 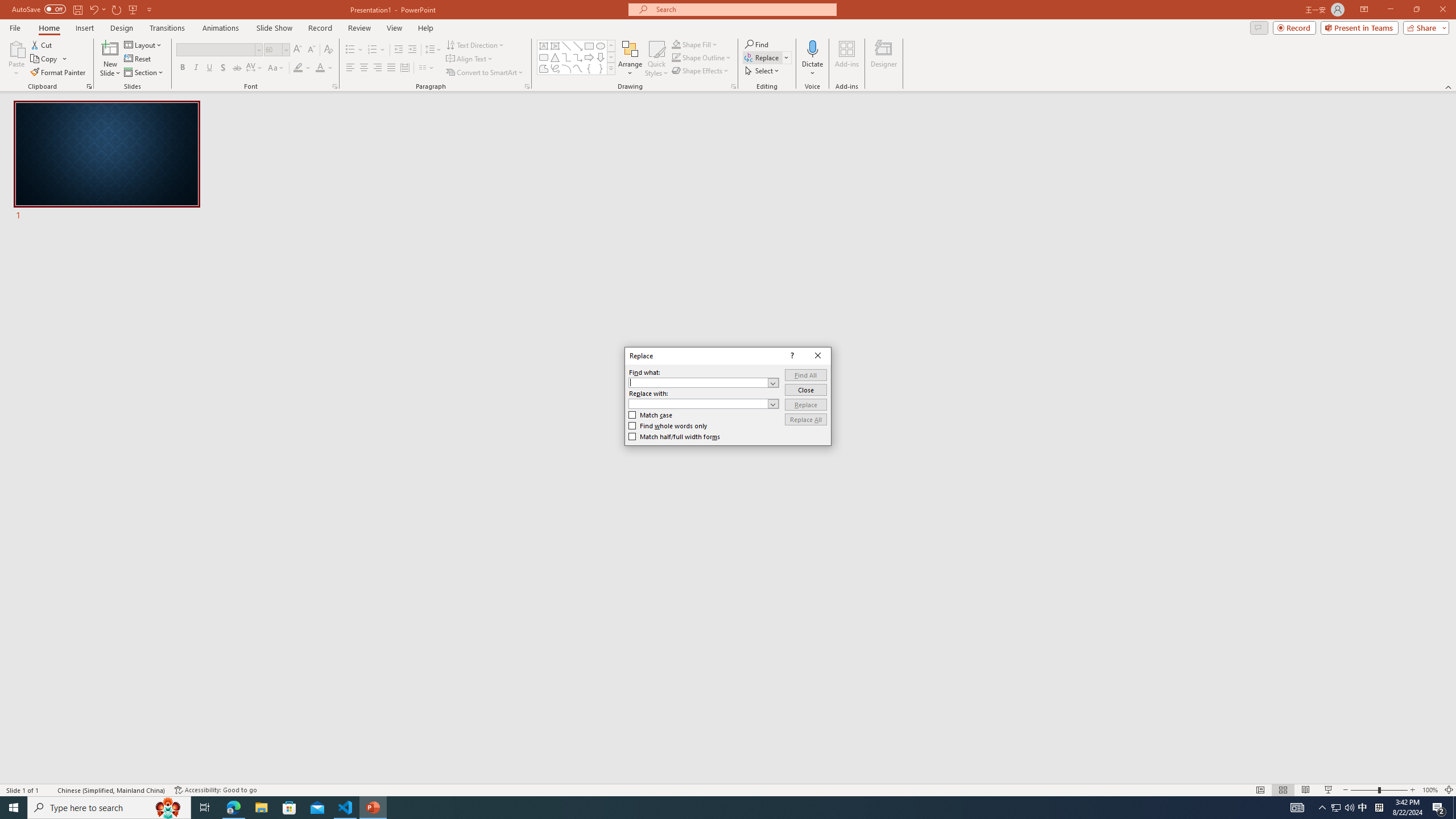 I want to click on 'Find...', so click(x=756, y=44).